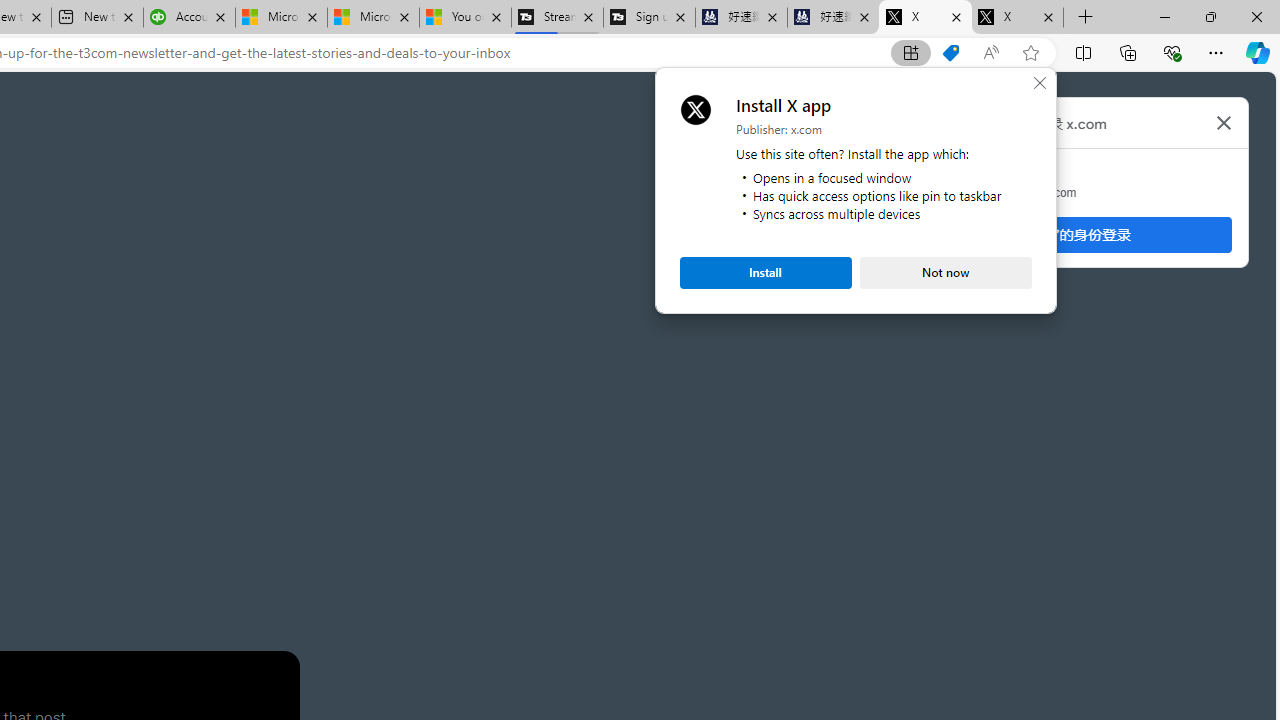 The image size is (1280, 720). What do you see at coordinates (1164, 16) in the screenshot?
I see `'Minimize'` at bounding box center [1164, 16].